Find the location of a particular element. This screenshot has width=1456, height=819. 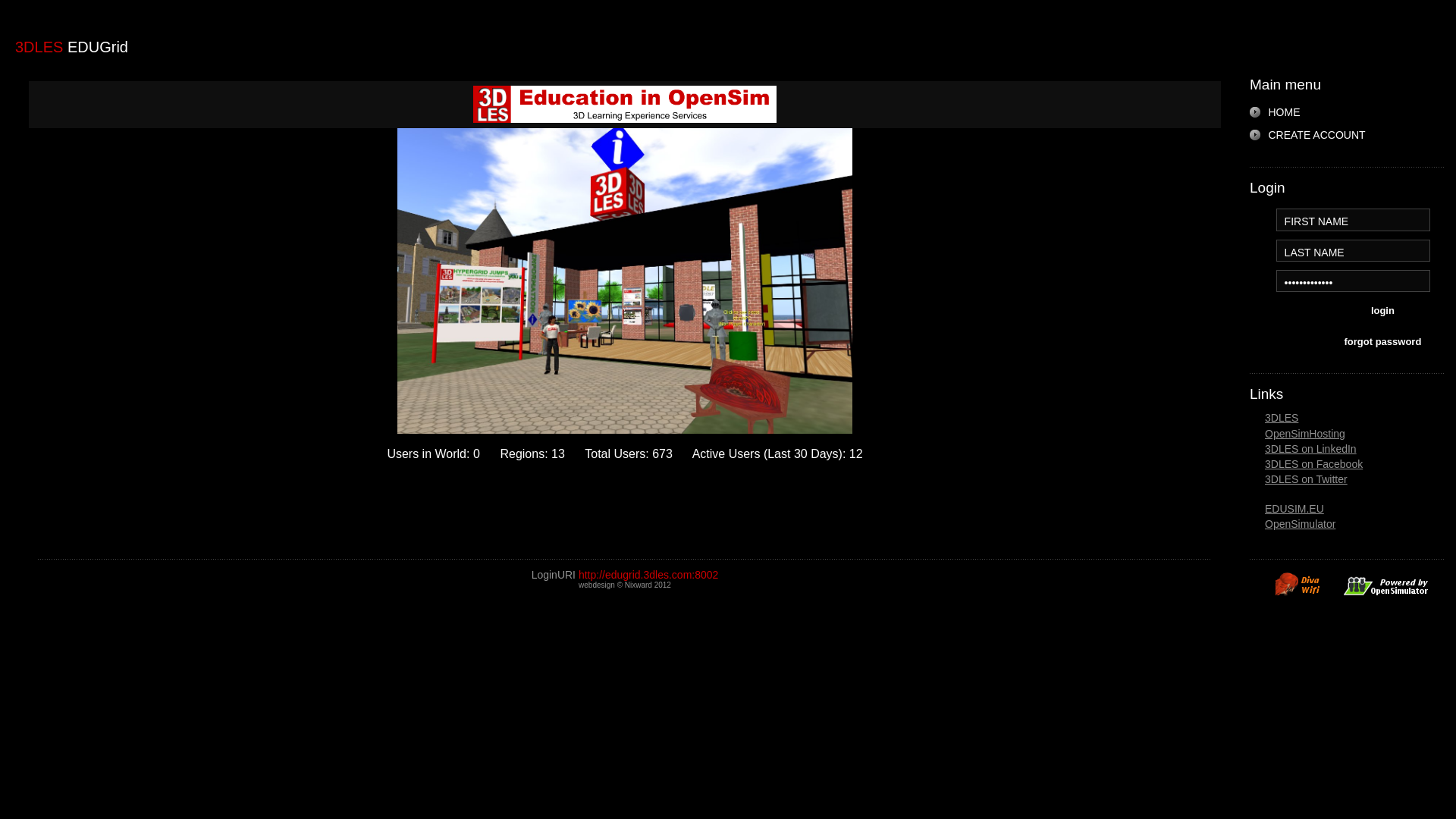

'3DLES on LinkedIn' is located at coordinates (1310, 447).